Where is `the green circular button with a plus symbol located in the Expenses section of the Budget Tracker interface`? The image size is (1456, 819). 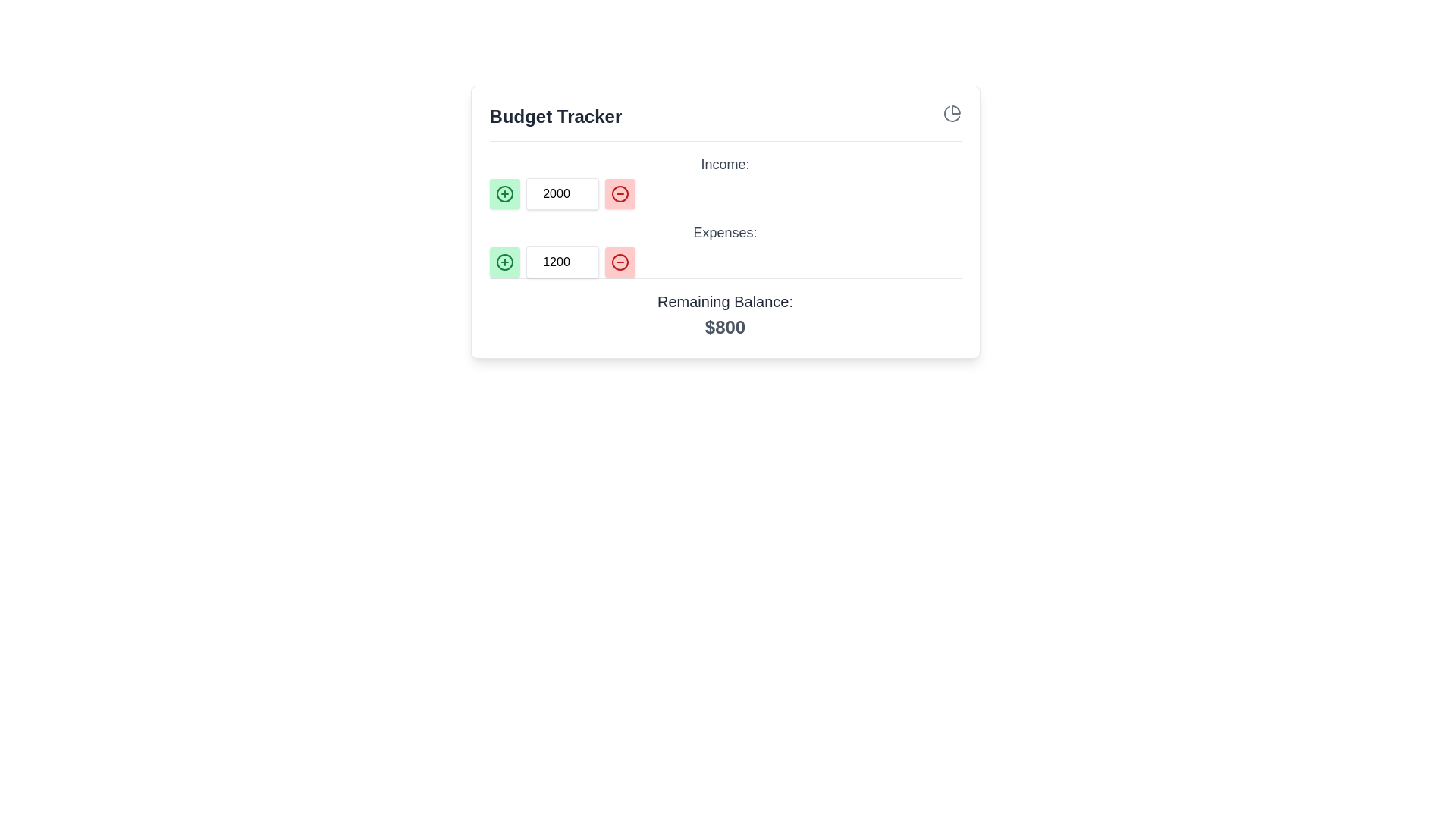
the green circular button with a plus symbol located in the Expenses section of the Budget Tracker interface is located at coordinates (504, 262).